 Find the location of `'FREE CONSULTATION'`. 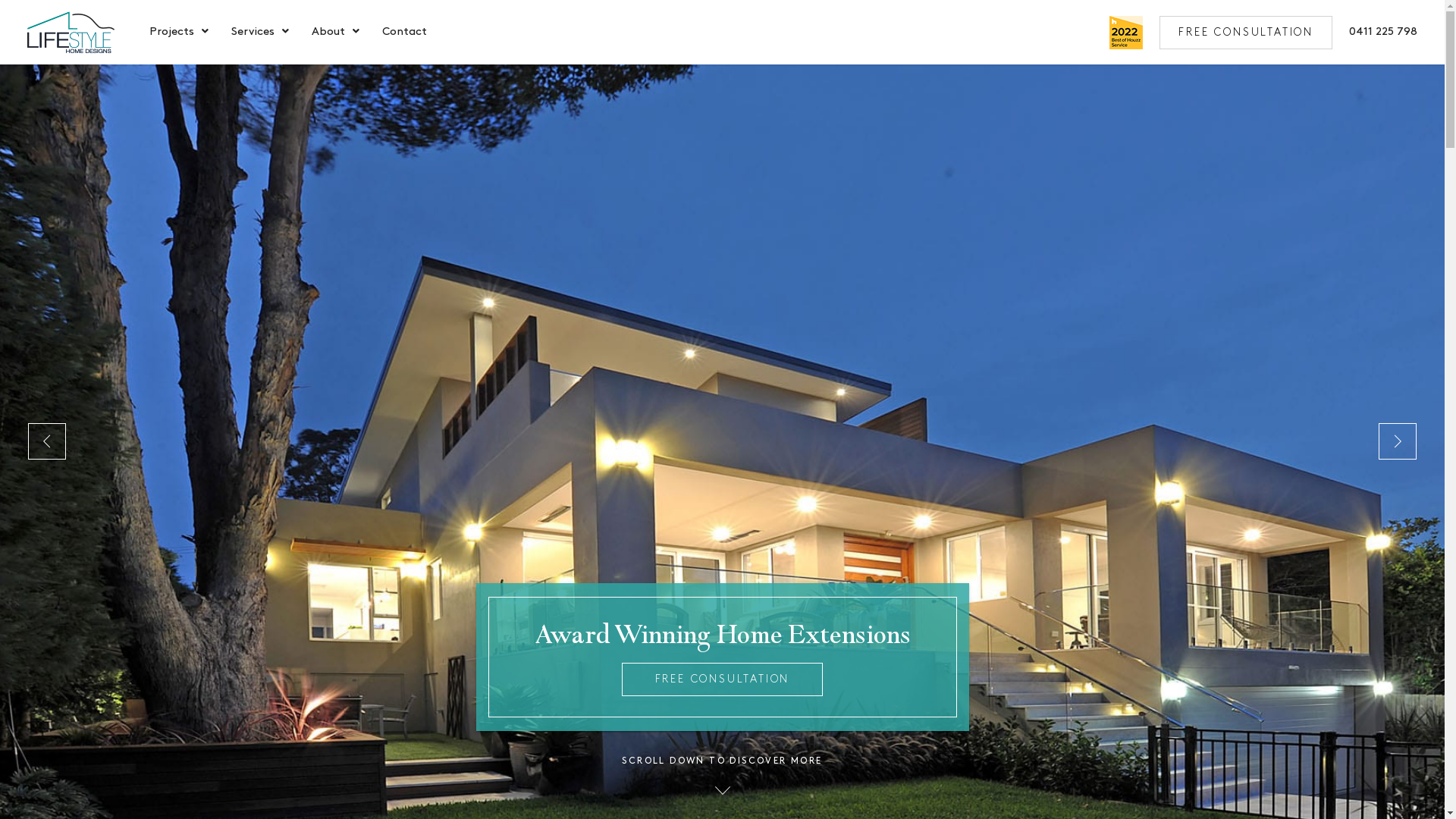

'FREE CONSULTATION' is located at coordinates (1245, 32).